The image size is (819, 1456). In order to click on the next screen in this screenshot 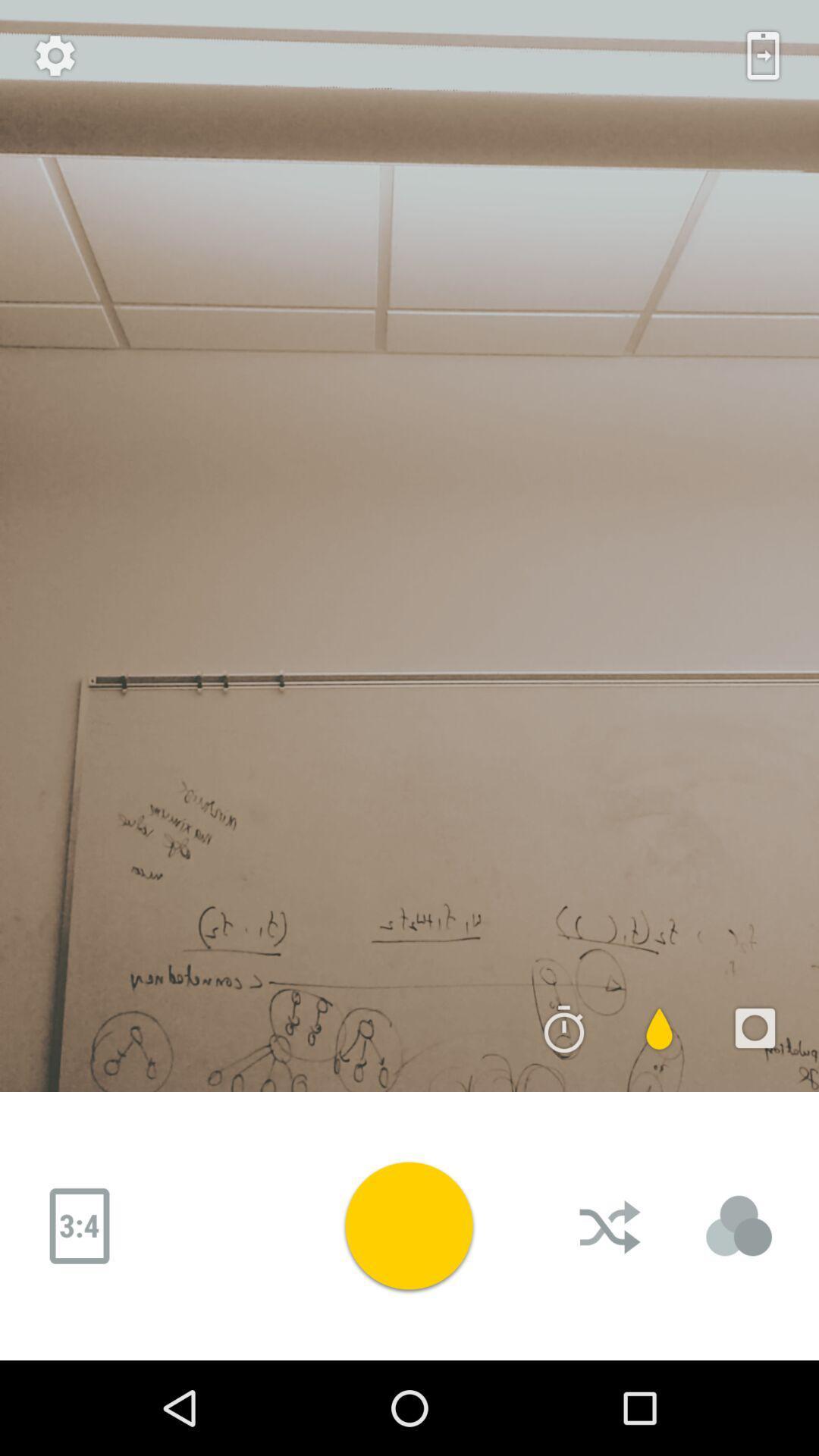, I will do `click(763, 55)`.